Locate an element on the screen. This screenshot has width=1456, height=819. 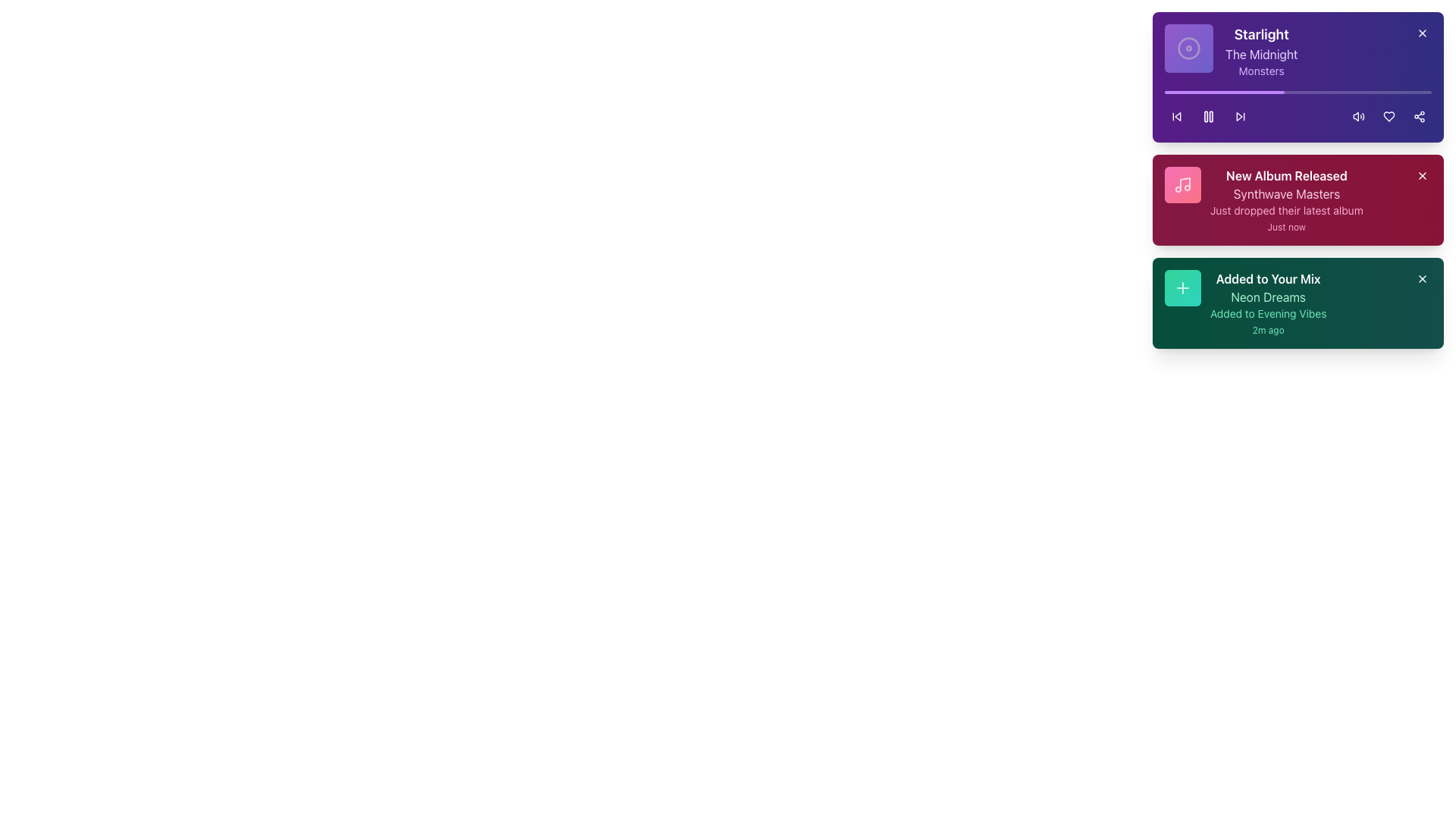
the close button located in the top-right corner of the card layout titled 'New Album Released' is located at coordinates (1422, 174).